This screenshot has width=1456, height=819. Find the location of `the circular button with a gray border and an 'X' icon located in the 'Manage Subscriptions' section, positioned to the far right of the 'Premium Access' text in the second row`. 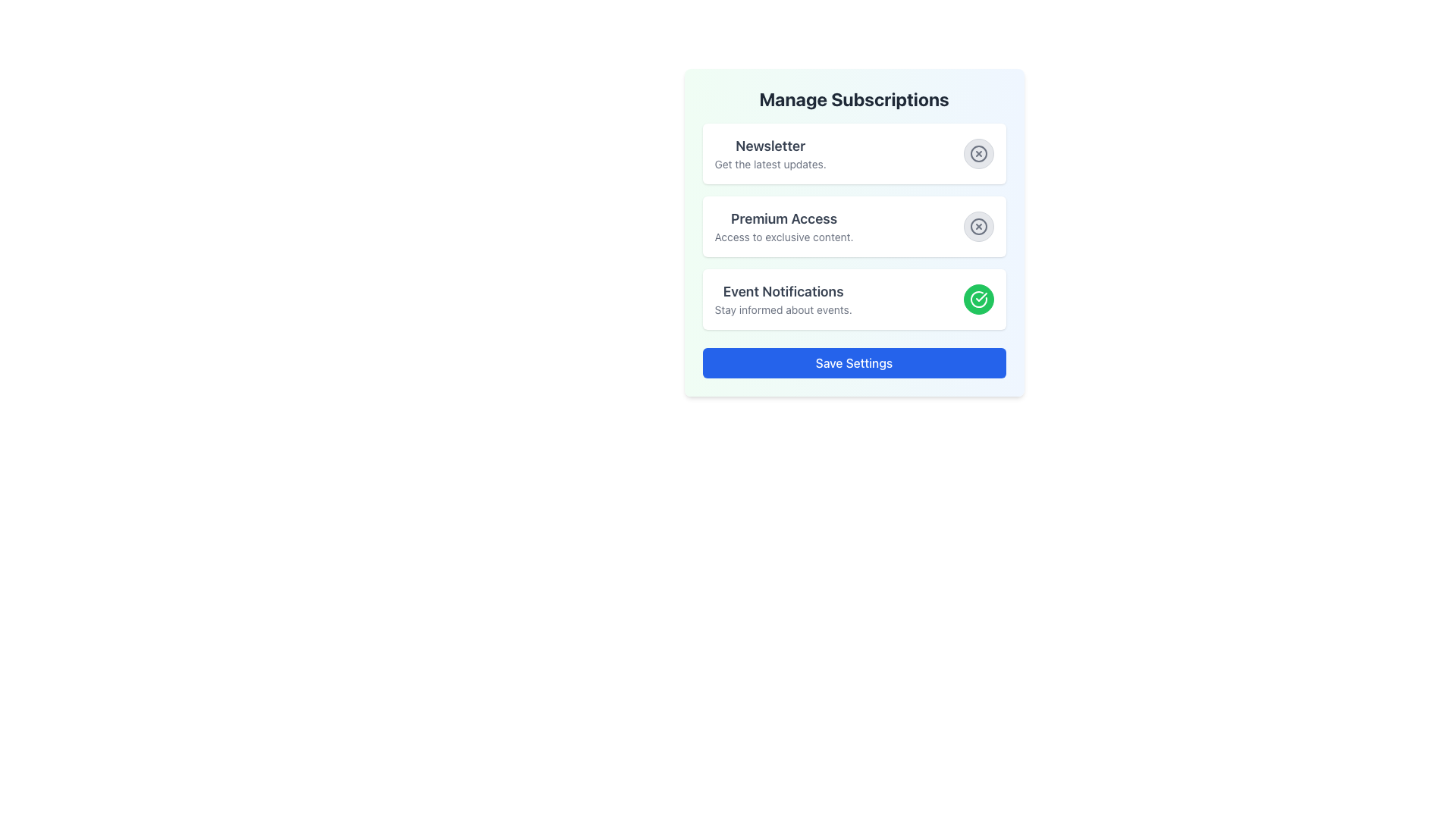

the circular button with a gray border and an 'X' icon located in the 'Manage Subscriptions' section, positioned to the far right of the 'Premium Access' text in the second row is located at coordinates (978, 227).